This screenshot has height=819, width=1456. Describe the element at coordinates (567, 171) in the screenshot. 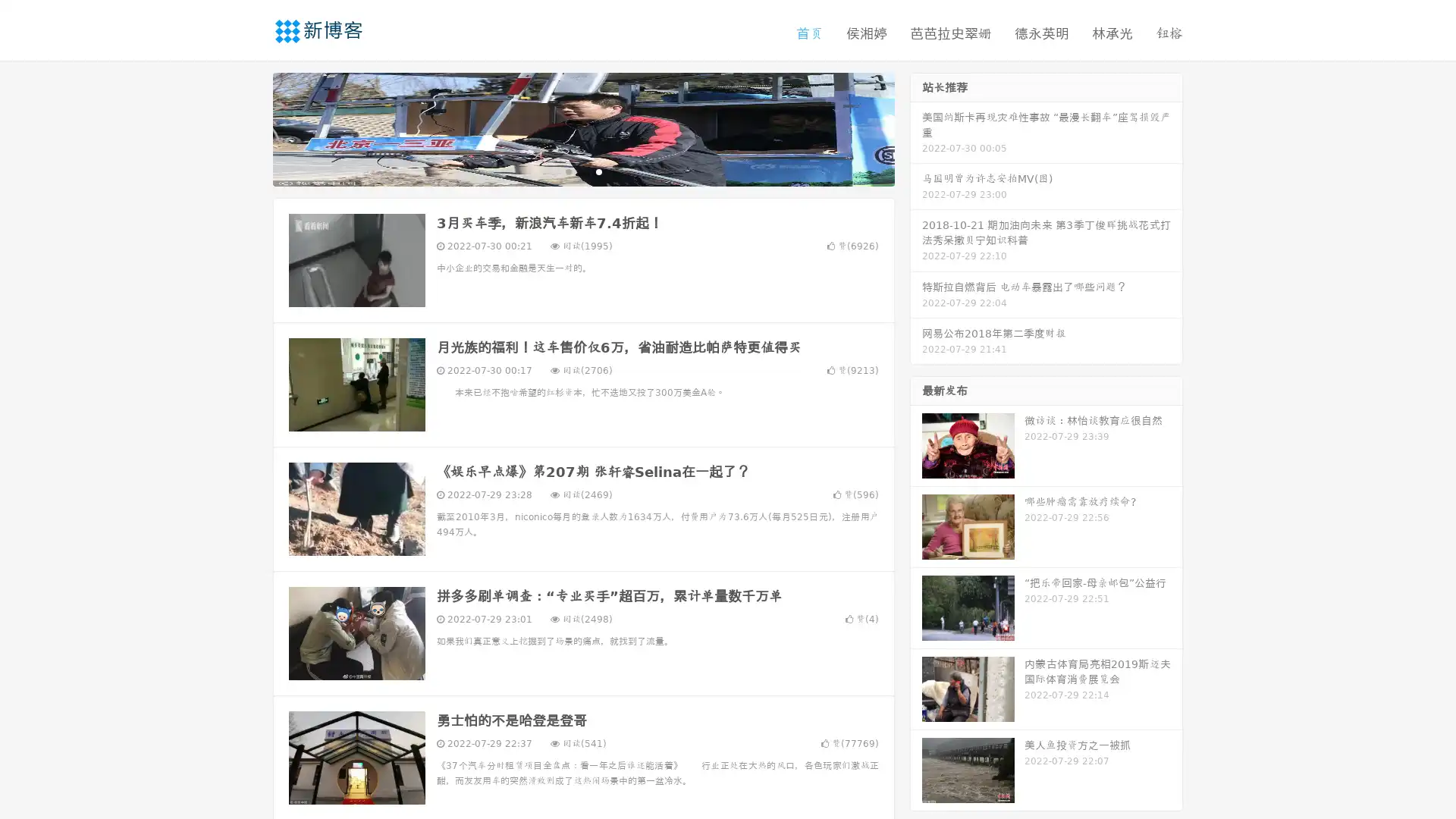

I see `Go to slide 1` at that location.